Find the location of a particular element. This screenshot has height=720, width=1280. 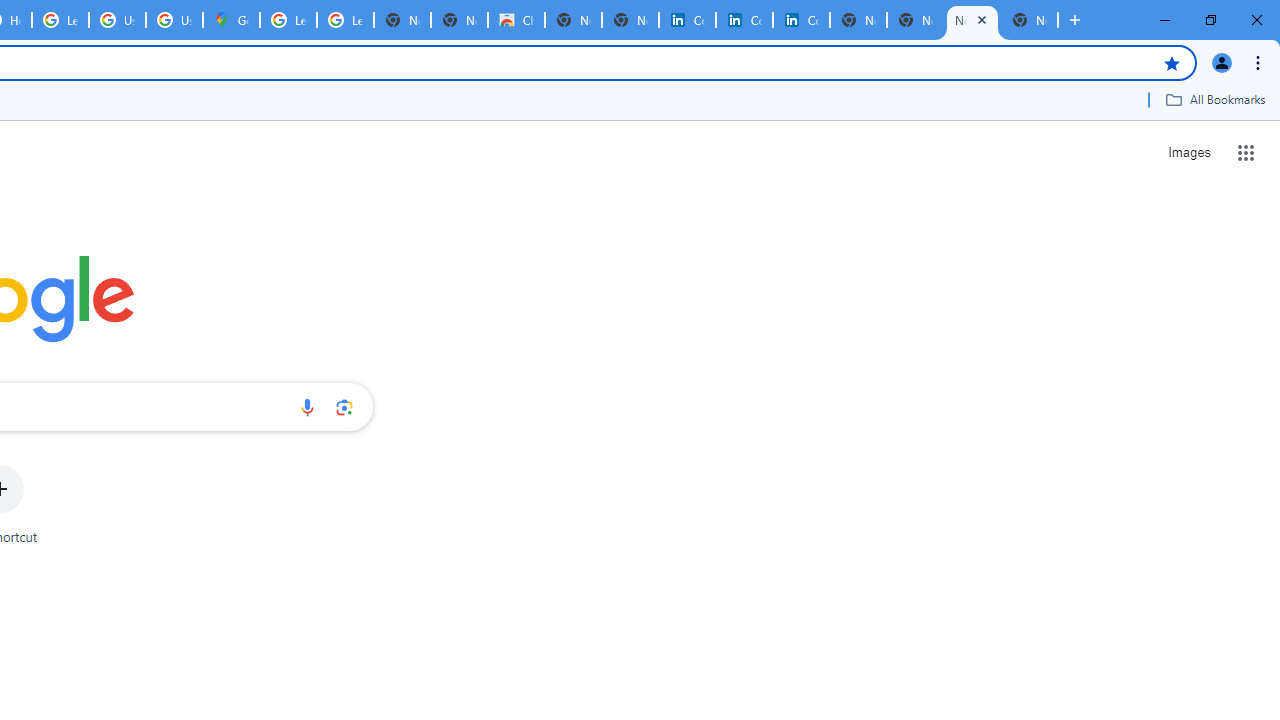

'You' is located at coordinates (1220, 61).